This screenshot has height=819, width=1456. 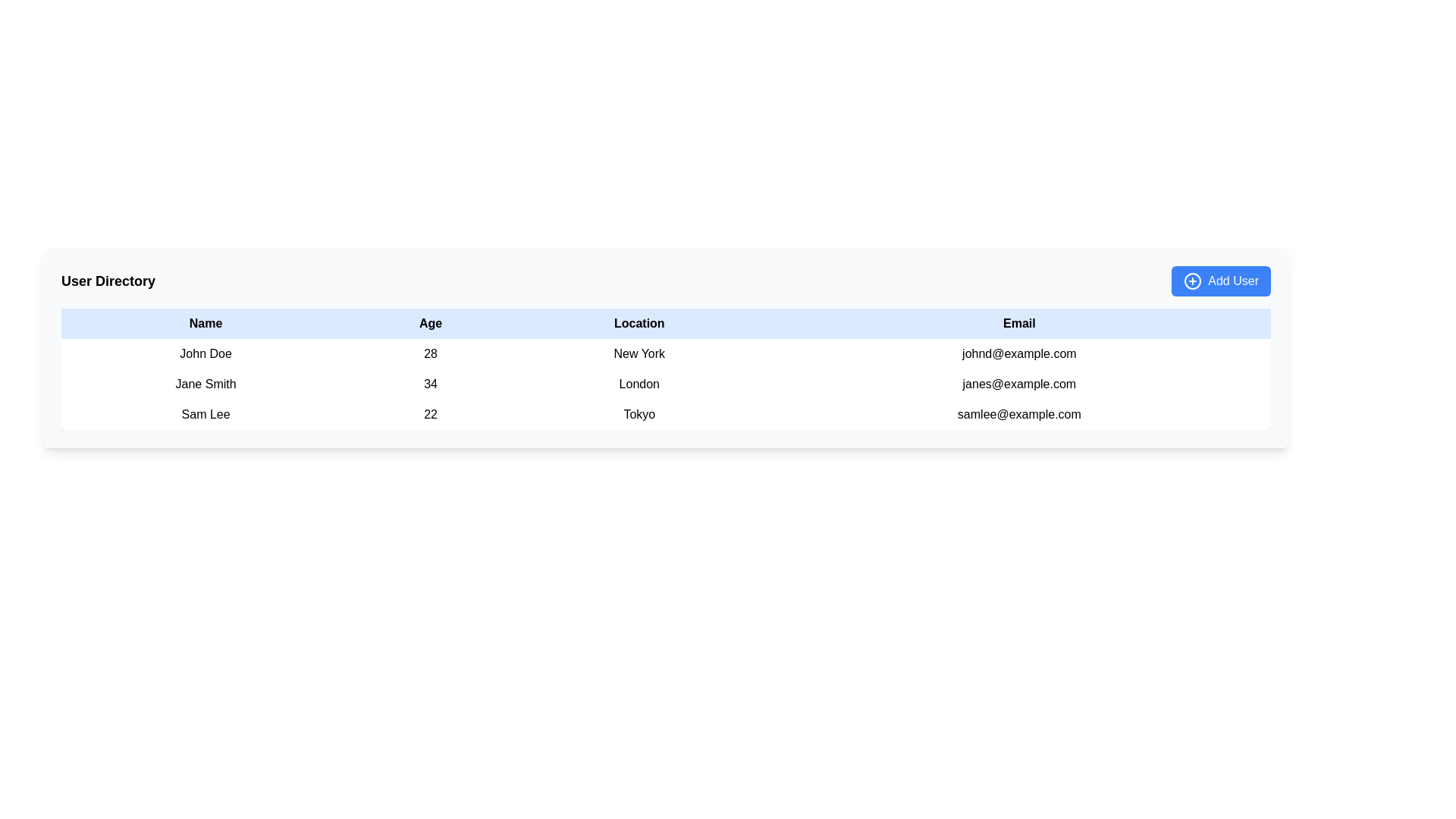 I want to click on the 'Age' text element for the individual named 'Sam Lee', which is located in the second column of the third row in the table, so click(x=429, y=415).